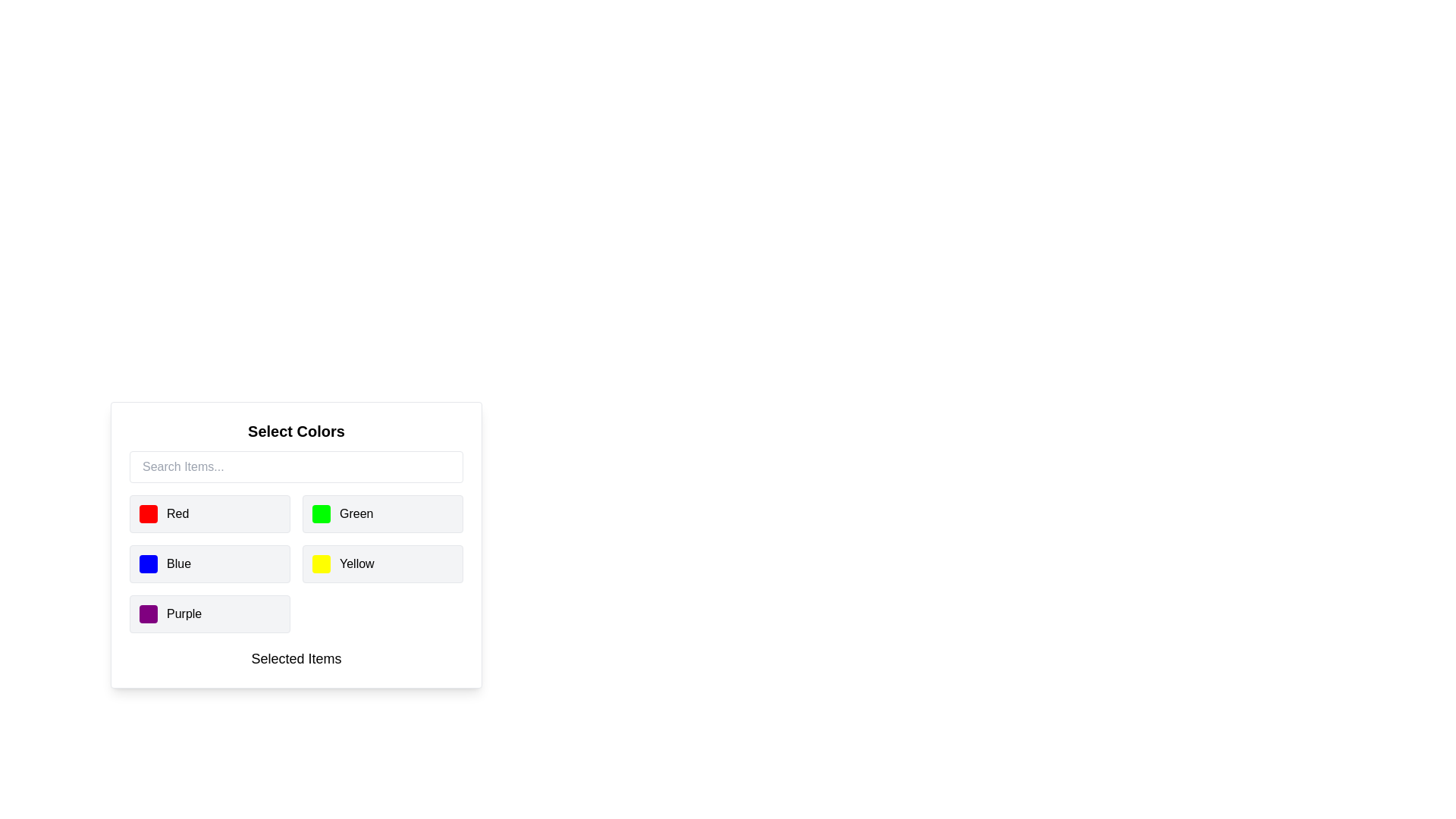  I want to click on text of the 'Red' color label located in the top-left corner of the grid under 'Select Colors.', so click(177, 513).